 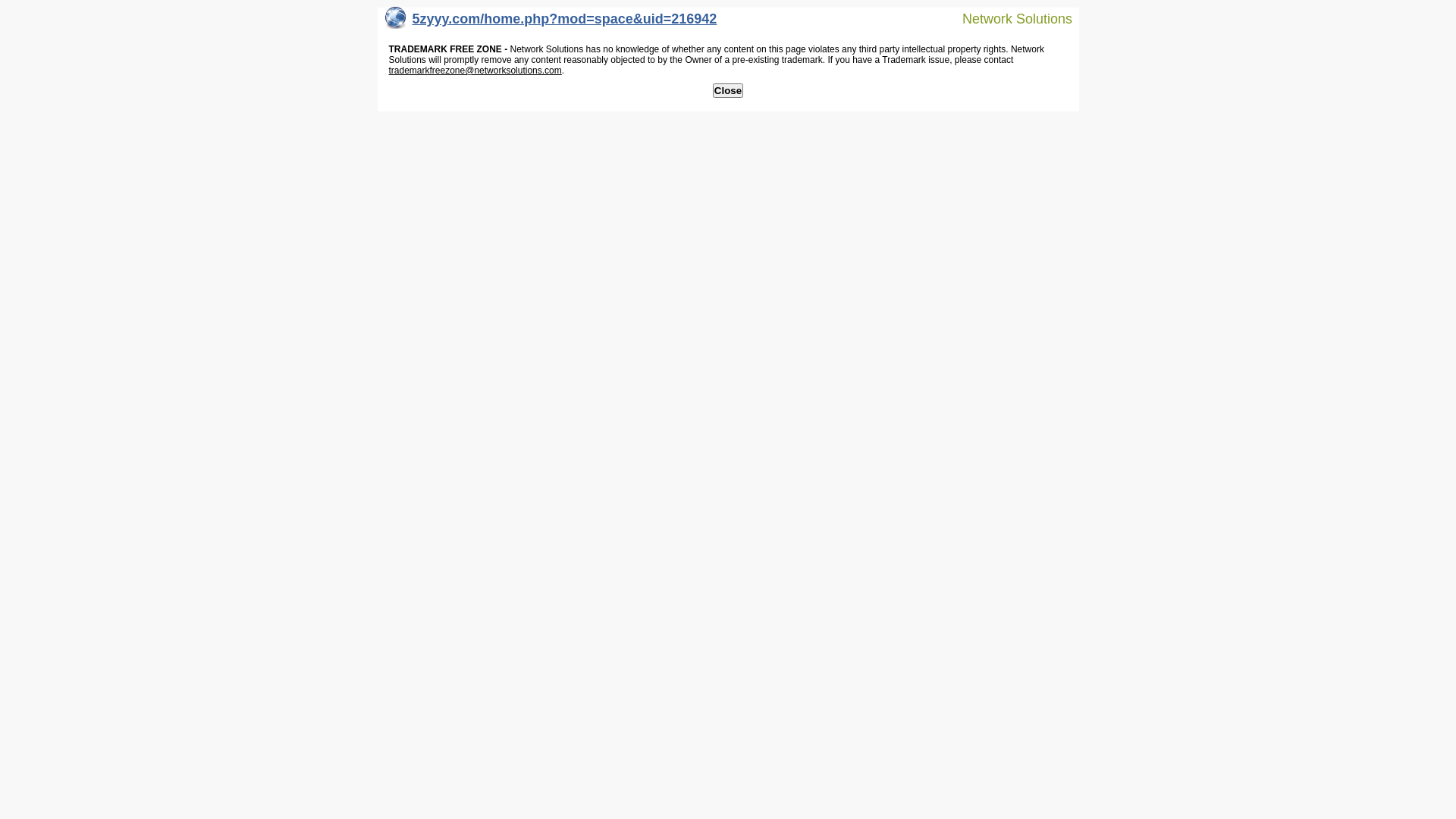 I want to click on 'trademarkfreezone@networksolutions.com', so click(x=473, y=70).